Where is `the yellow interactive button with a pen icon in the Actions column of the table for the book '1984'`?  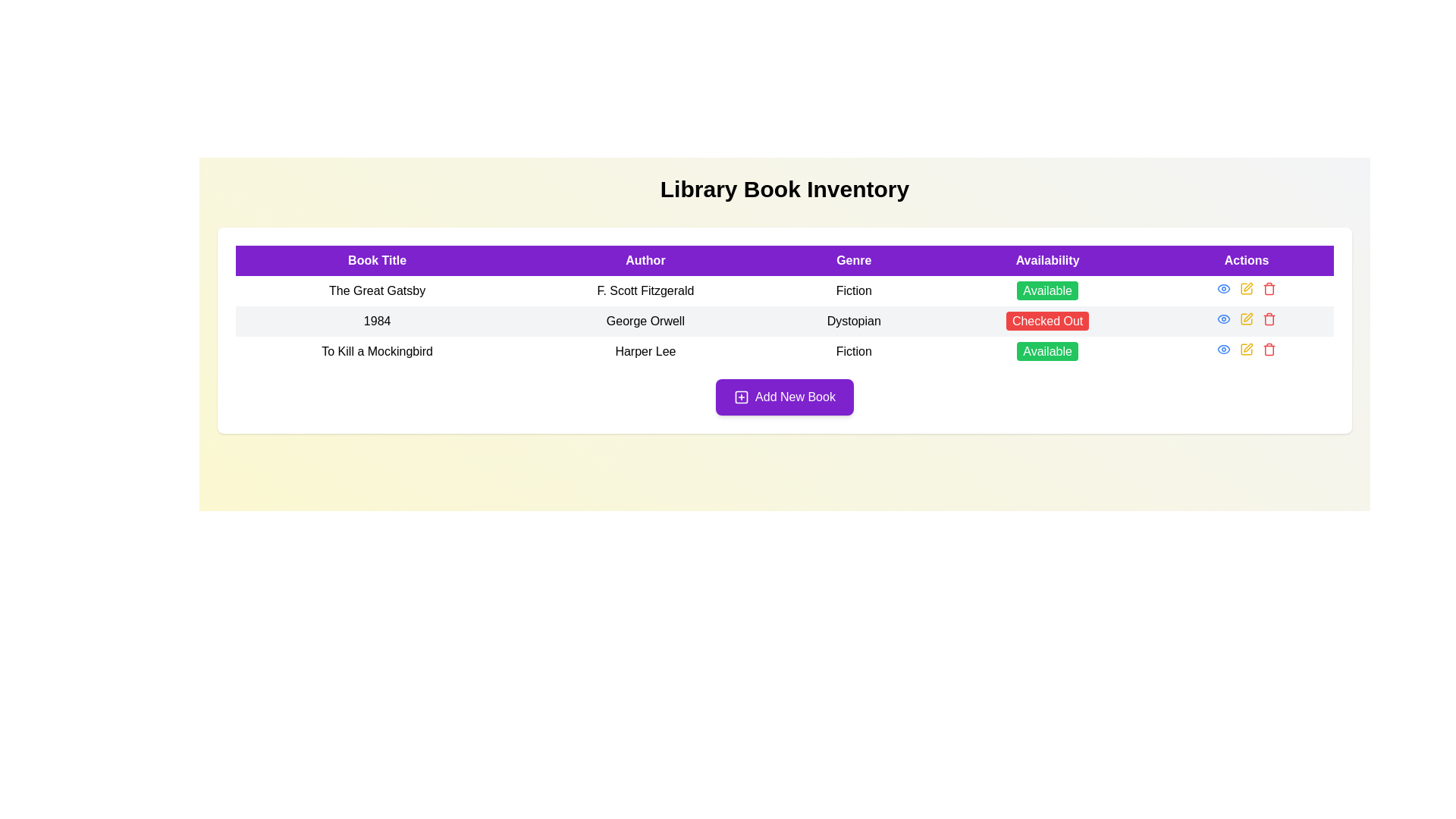 the yellow interactive button with a pen icon in the Actions column of the table for the book '1984' is located at coordinates (1247, 318).